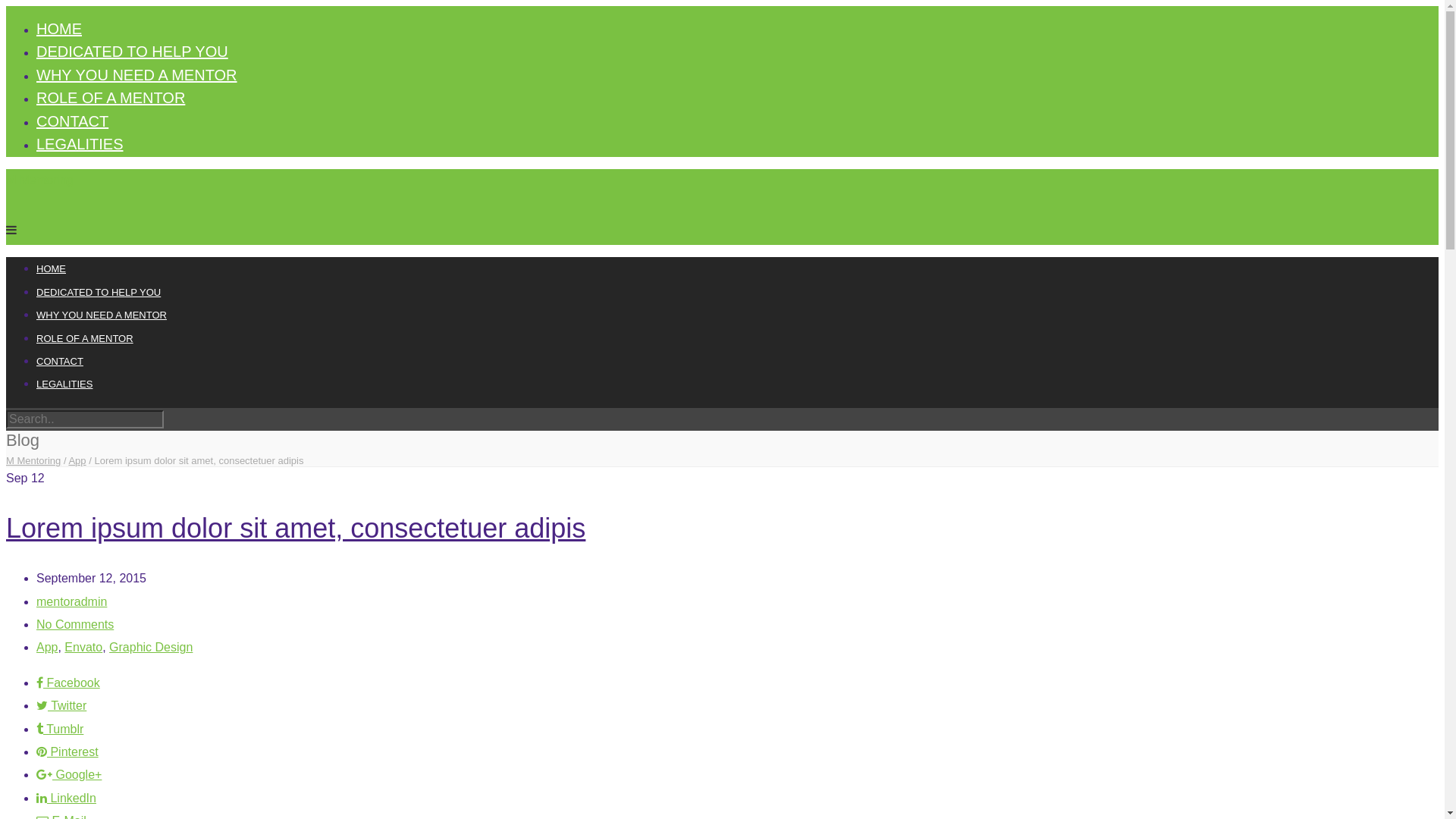 The height and width of the screenshot is (819, 1456). What do you see at coordinates (33, 460) in the screenshot?
I see `'M Mentoring'` at bounding box center [33, 460].